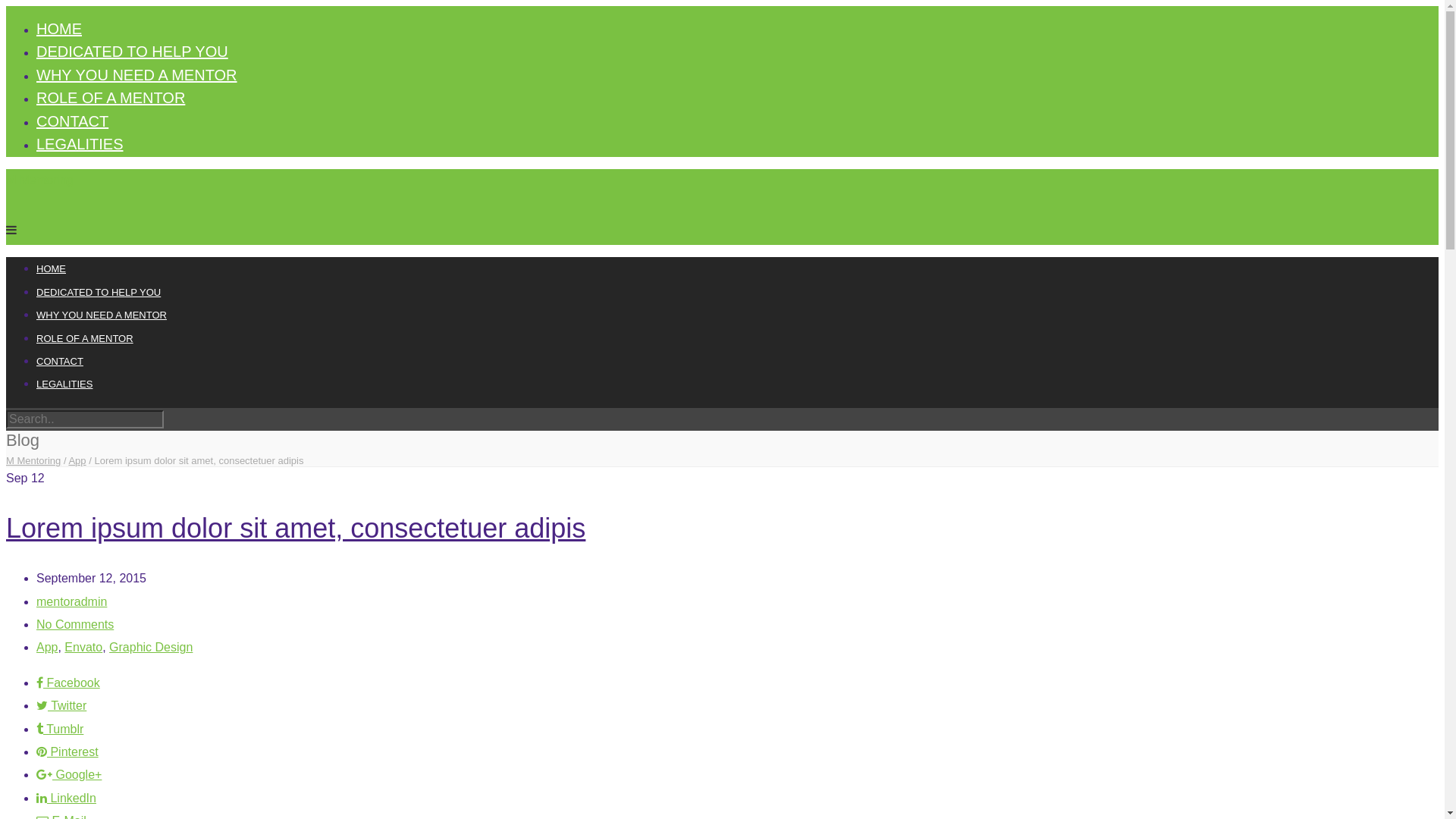 The height and width of the screenshot is (819, 1456). What do you see at coordinates (33, 460) in the screenshot?
I see `'M Mentoring'` at bounding box center [33, 460].